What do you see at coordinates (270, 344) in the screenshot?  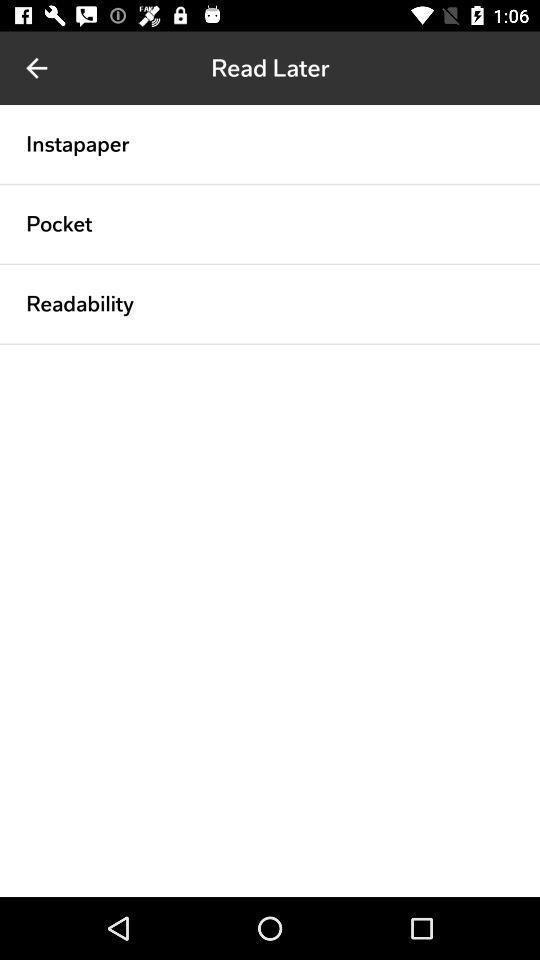 I see `item at the center` at bounding box center [270, 344].